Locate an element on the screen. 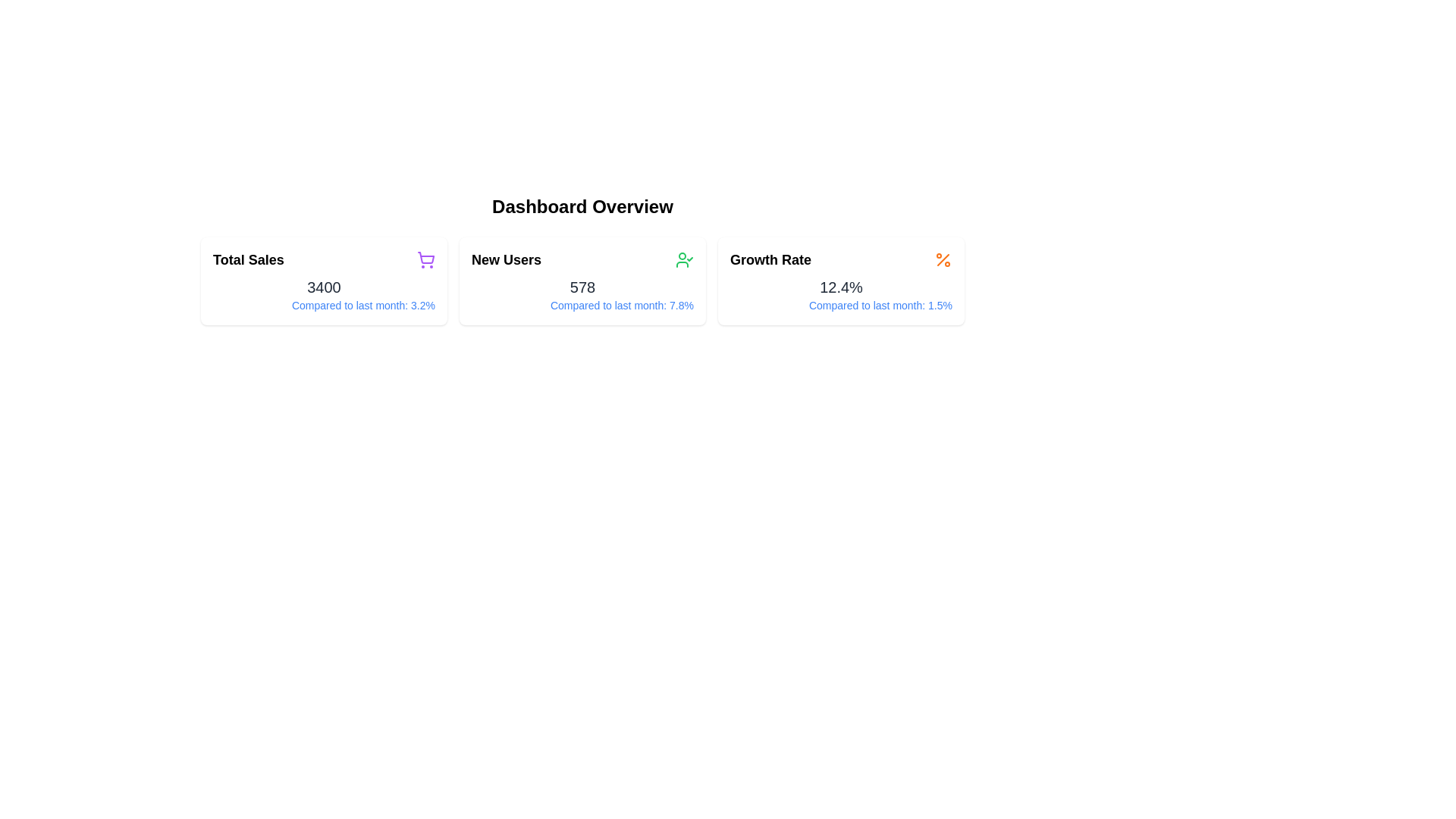 The height and width of the screenshot is (819, 1456). the static text element displaying '12.4%' located in the 'Growth Rate' card on the dashboard, which is styled in bold, extra-large dark gray font is located at coordinates (840, 287).